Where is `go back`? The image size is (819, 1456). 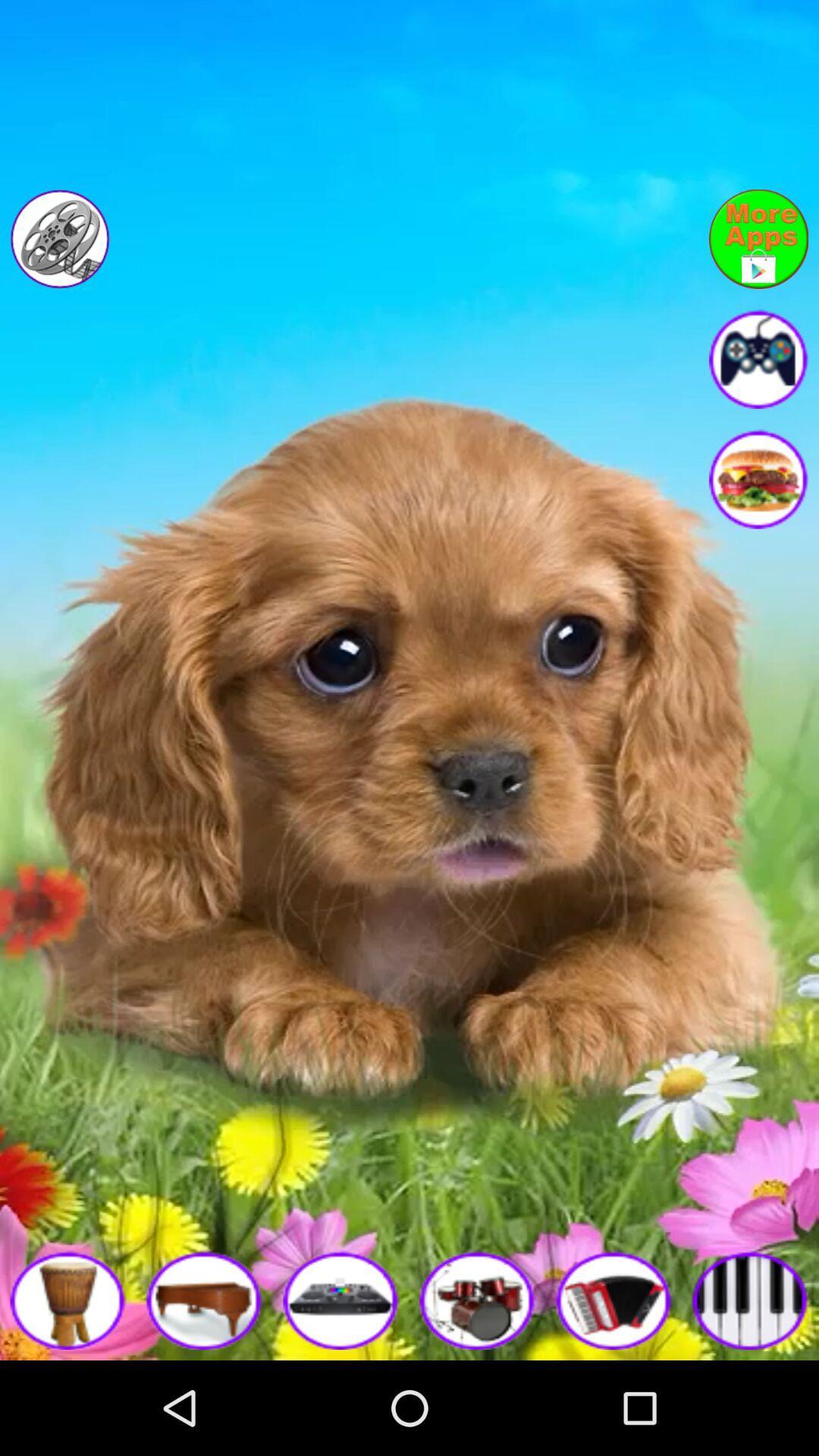 go back is located at coordinates (758, 238).